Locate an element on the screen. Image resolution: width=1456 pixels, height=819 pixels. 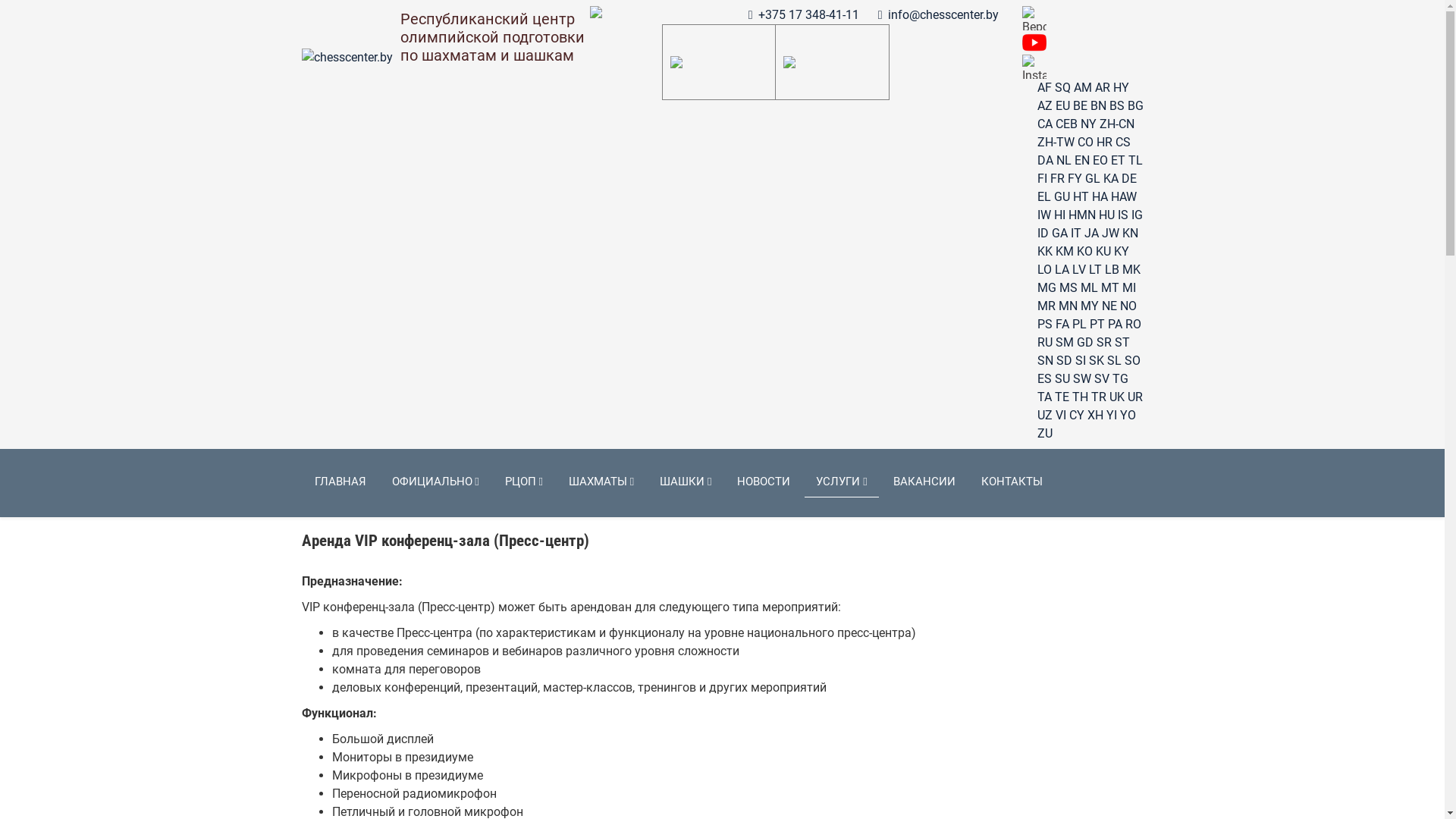
'KA' is located at coordinates (1103, 177).